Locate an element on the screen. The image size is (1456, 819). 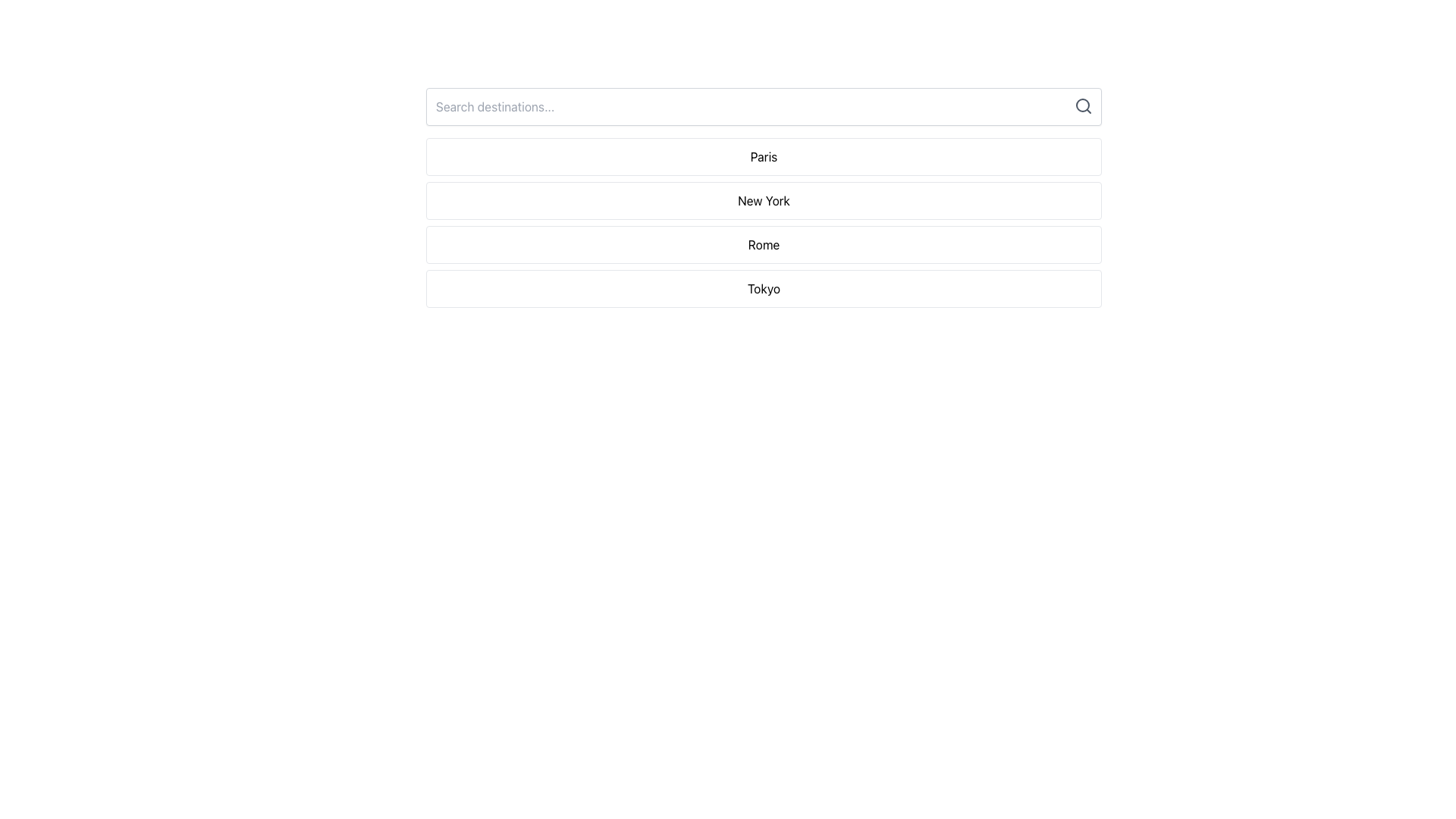
the list item displaying the text 'Paris', which is the first option in a vertically stacked list located directly under the search bar is located at coordinates (764, 157).